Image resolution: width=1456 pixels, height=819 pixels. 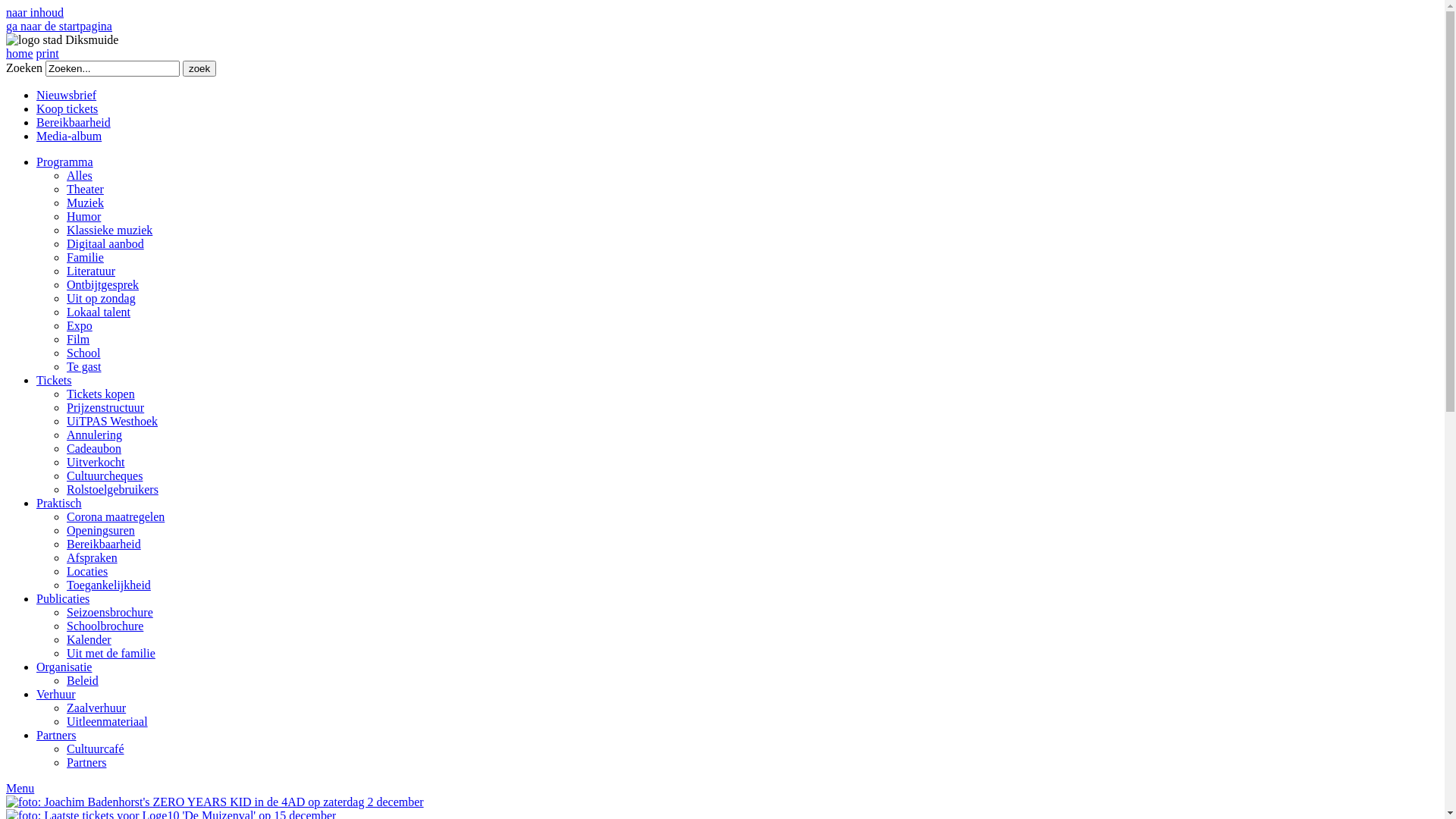 What do you see at coordinates (84, 256) in the screenshot?
I see `'Familie'` at bounding box center [84, 256].